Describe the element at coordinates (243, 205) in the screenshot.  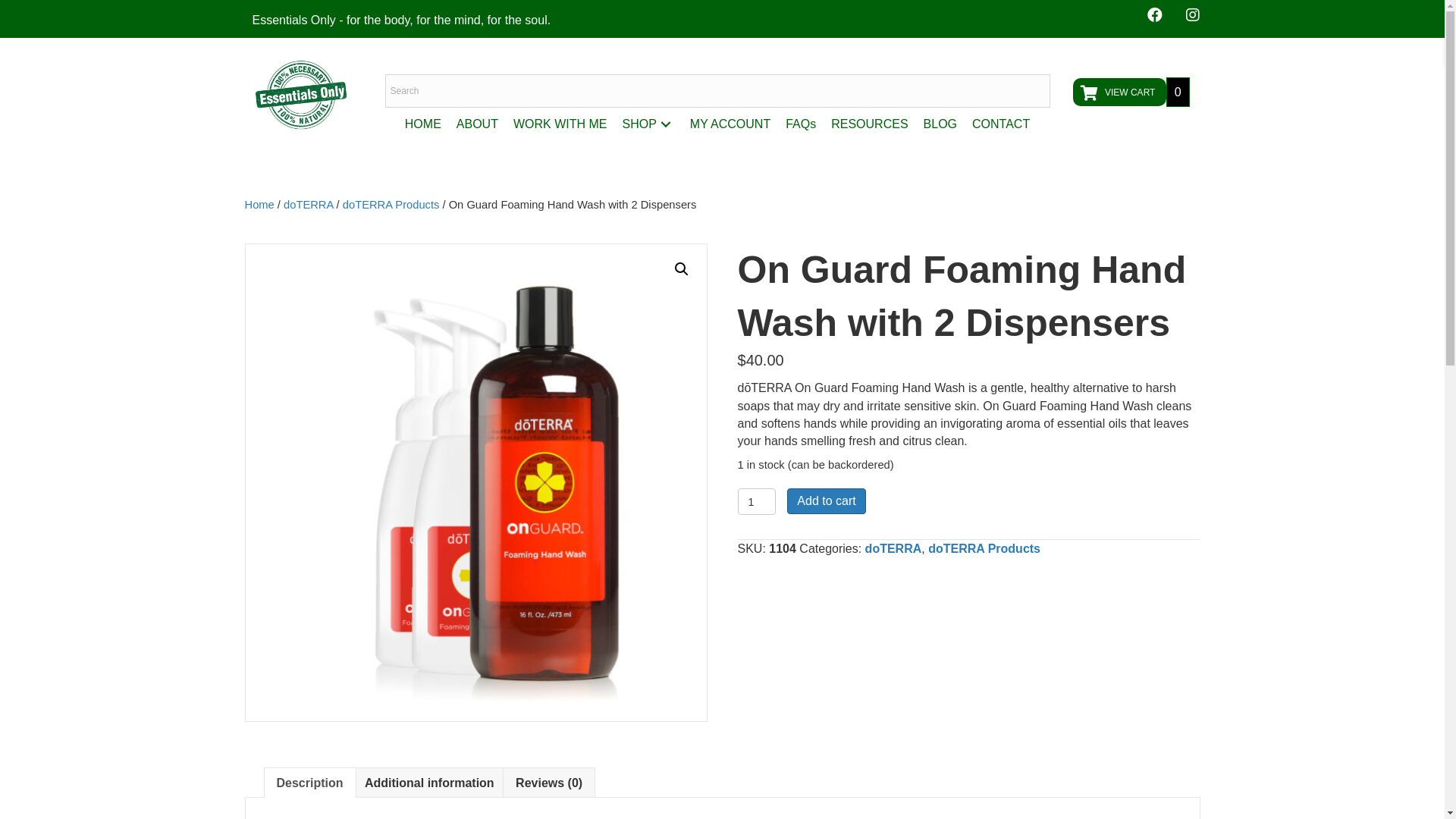
I see `'Home'` at that location.